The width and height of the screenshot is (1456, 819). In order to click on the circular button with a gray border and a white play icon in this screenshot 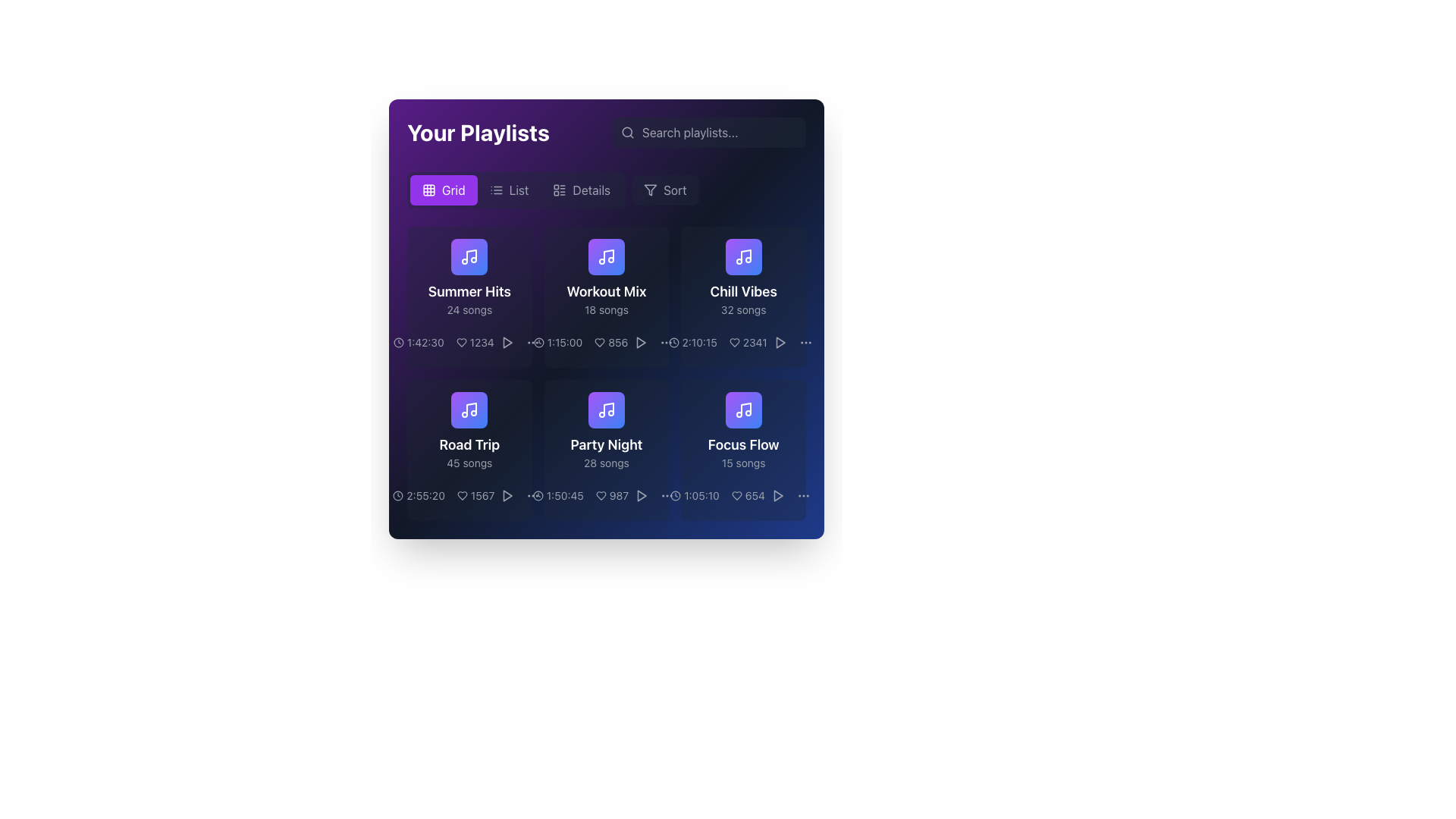, I will do `click(780, 342)`.